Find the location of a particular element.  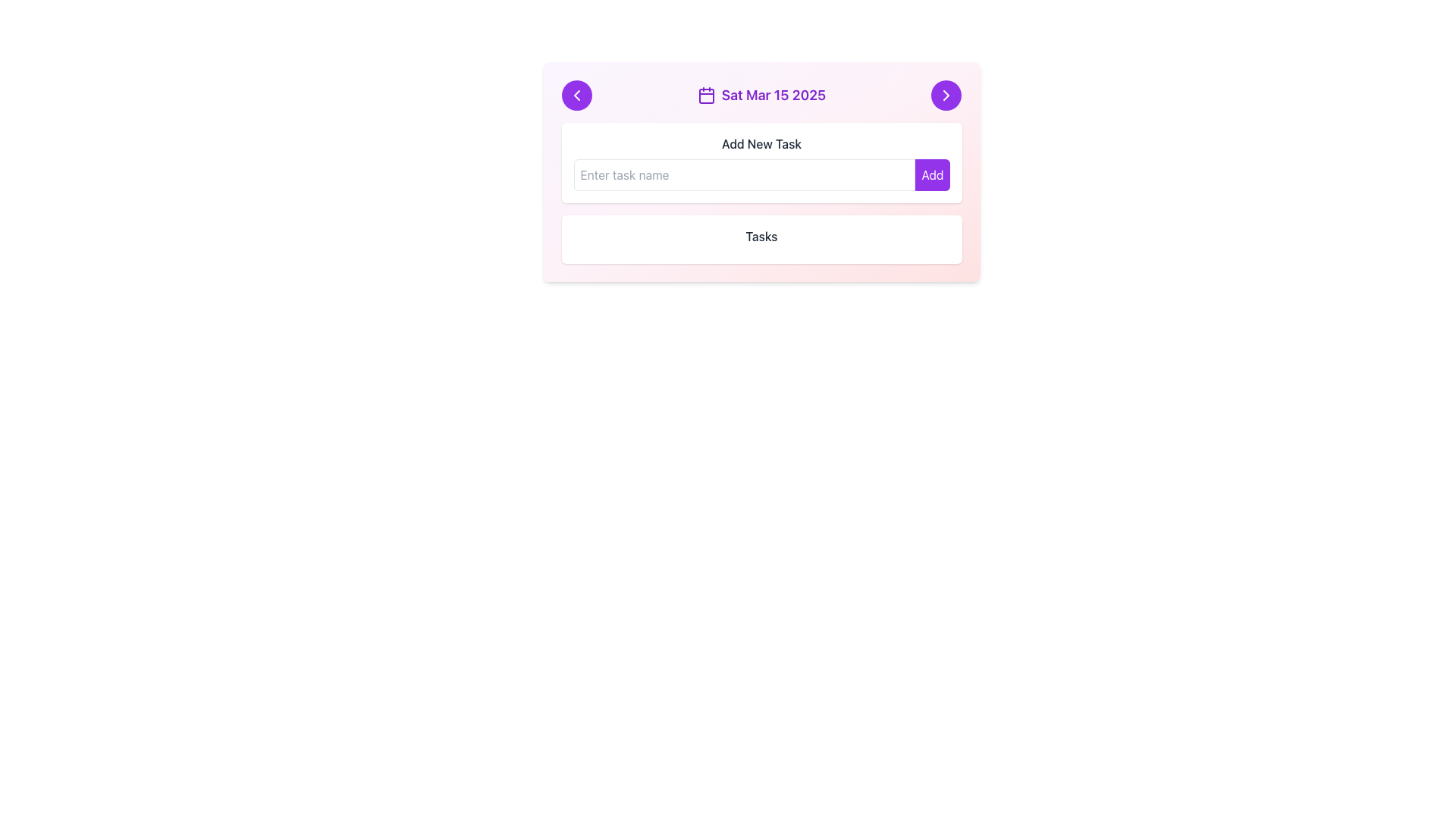

the right-facing chevron icon with a purple circular background located at the top right corner of the interface is located at coordinates (946, 96).